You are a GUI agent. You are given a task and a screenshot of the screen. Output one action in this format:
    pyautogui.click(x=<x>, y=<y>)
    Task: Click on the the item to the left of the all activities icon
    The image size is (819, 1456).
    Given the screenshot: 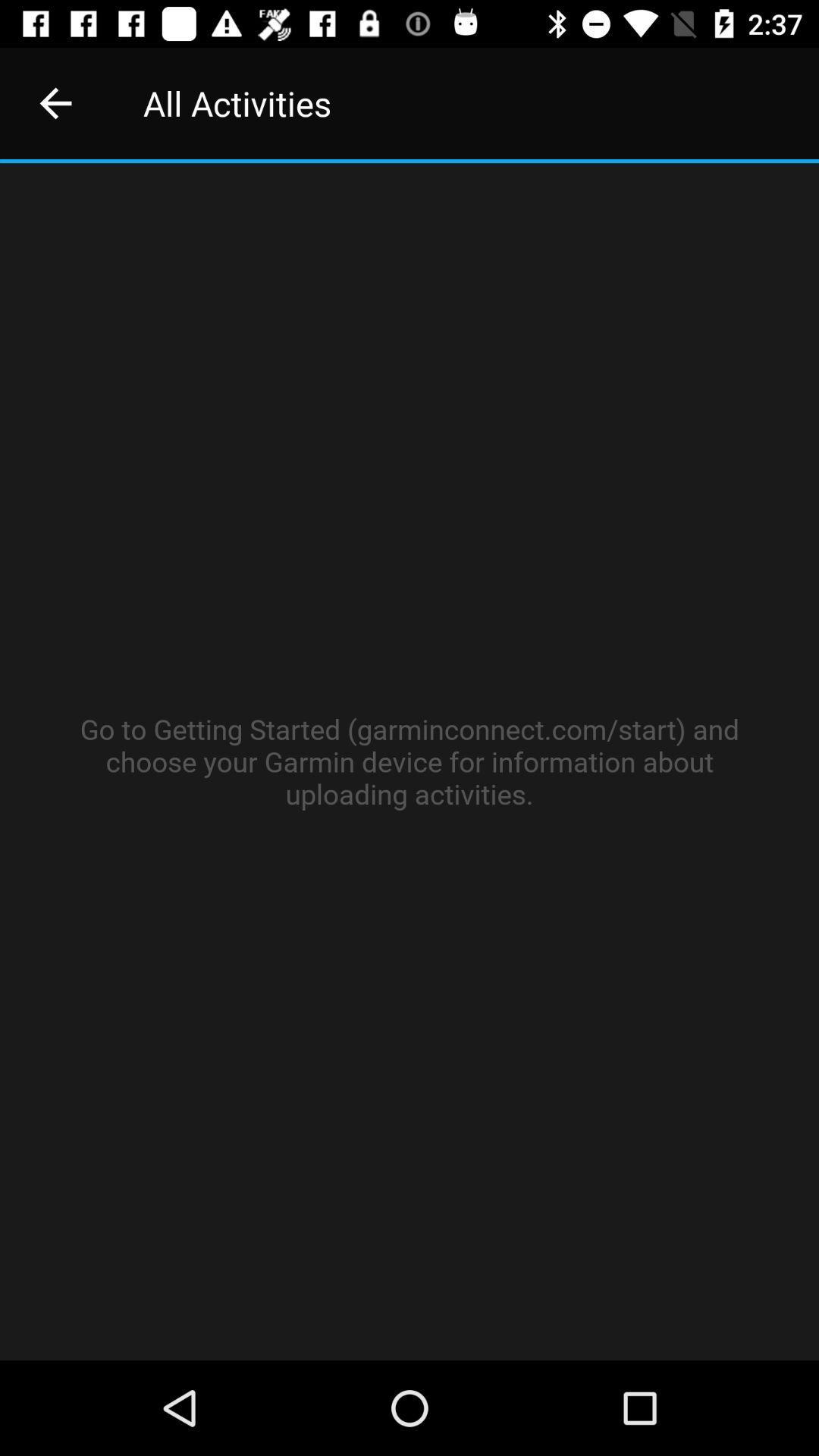 What is the action you would take?
    pyautogui.click(x=55, y=102)
    